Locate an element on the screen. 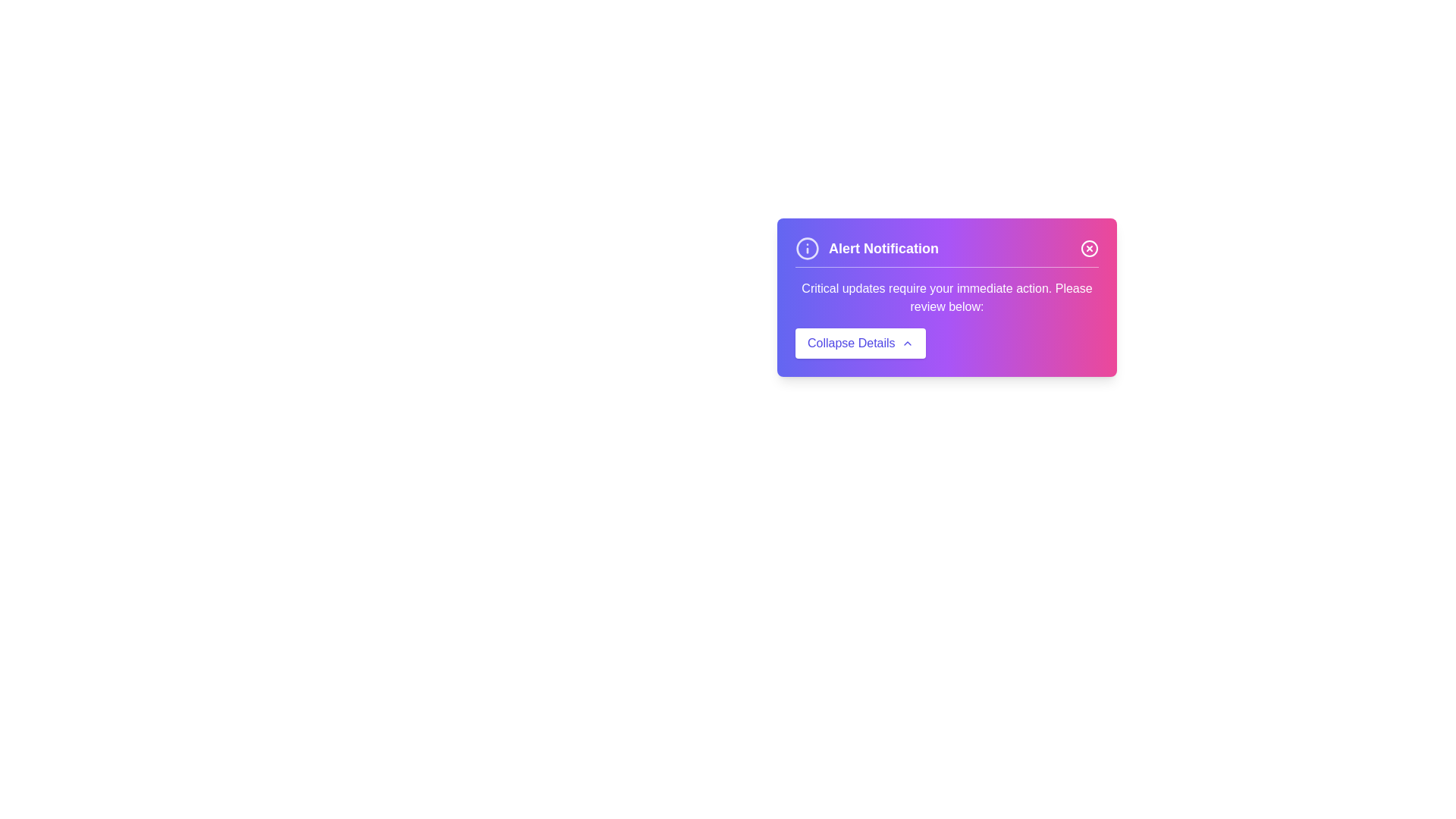 The width and height of the screenshot is (1456, 819). the informational icon next to the 'Alert Notification' title is located at coordinates (807, 247).